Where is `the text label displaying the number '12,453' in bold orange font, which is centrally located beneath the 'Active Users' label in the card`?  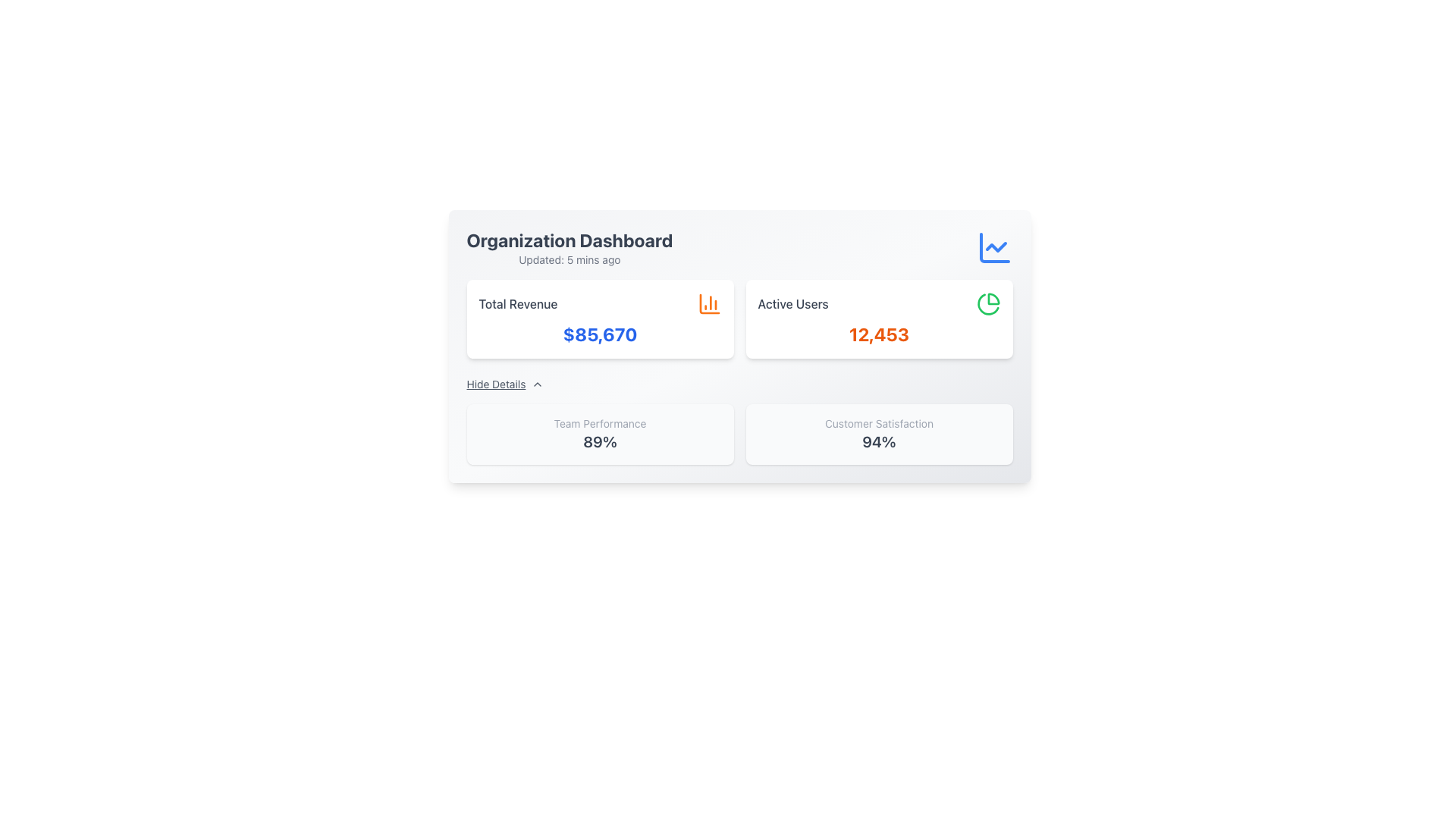 the text label displaying the number '12,453' in bold orange font, which is centrally located beneath the 'Active Users' label in the card is located at coordinates (879, 333).